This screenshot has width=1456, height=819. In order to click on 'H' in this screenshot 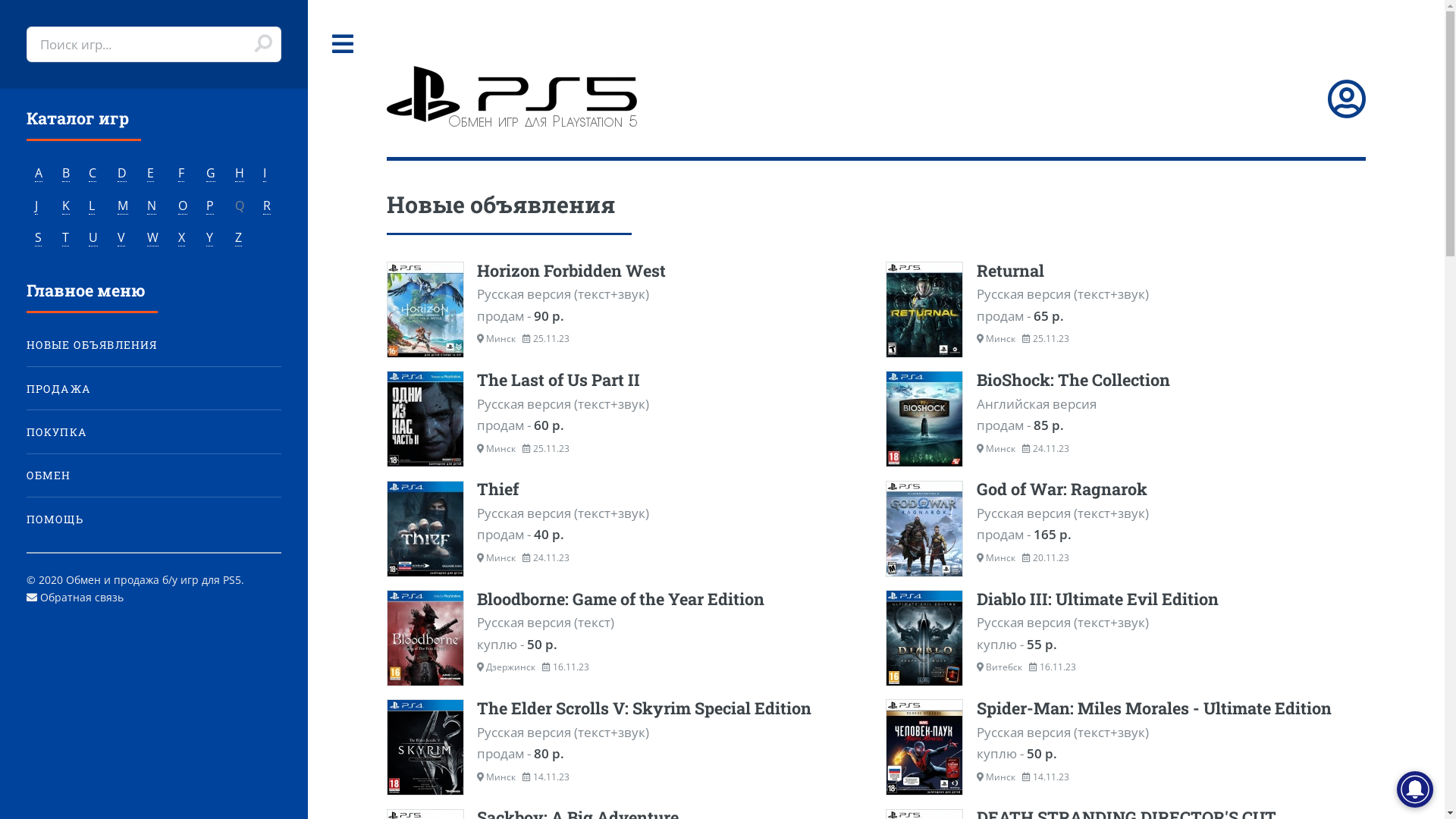, I will do `click(239, 172)`.